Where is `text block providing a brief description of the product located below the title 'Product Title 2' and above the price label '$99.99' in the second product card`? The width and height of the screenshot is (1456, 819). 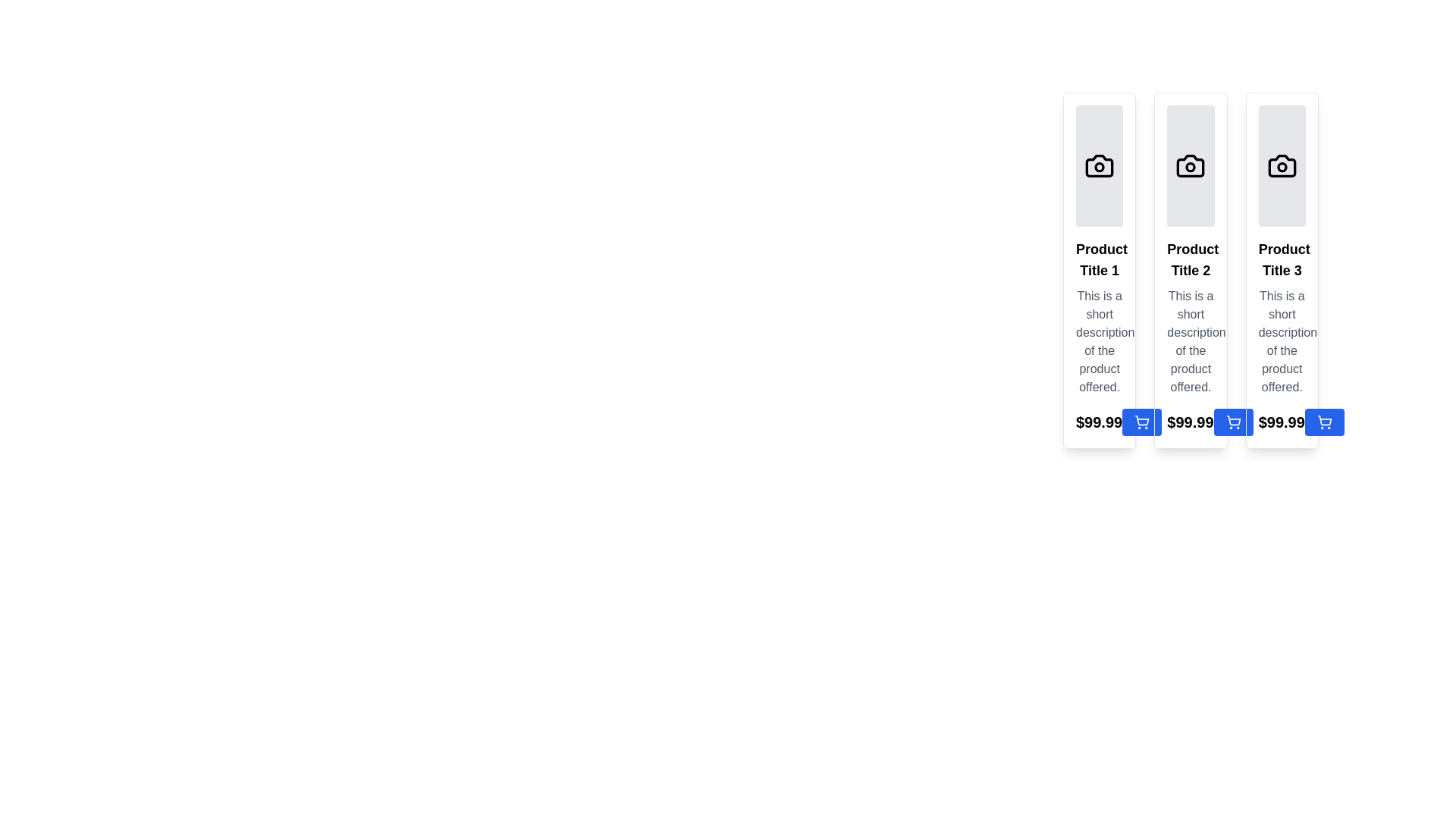 text block providing a brief description of the product located below the title 'Product Title 2' and above the price label '$99.99' in the second product card is located at coordinates (1190, 342).